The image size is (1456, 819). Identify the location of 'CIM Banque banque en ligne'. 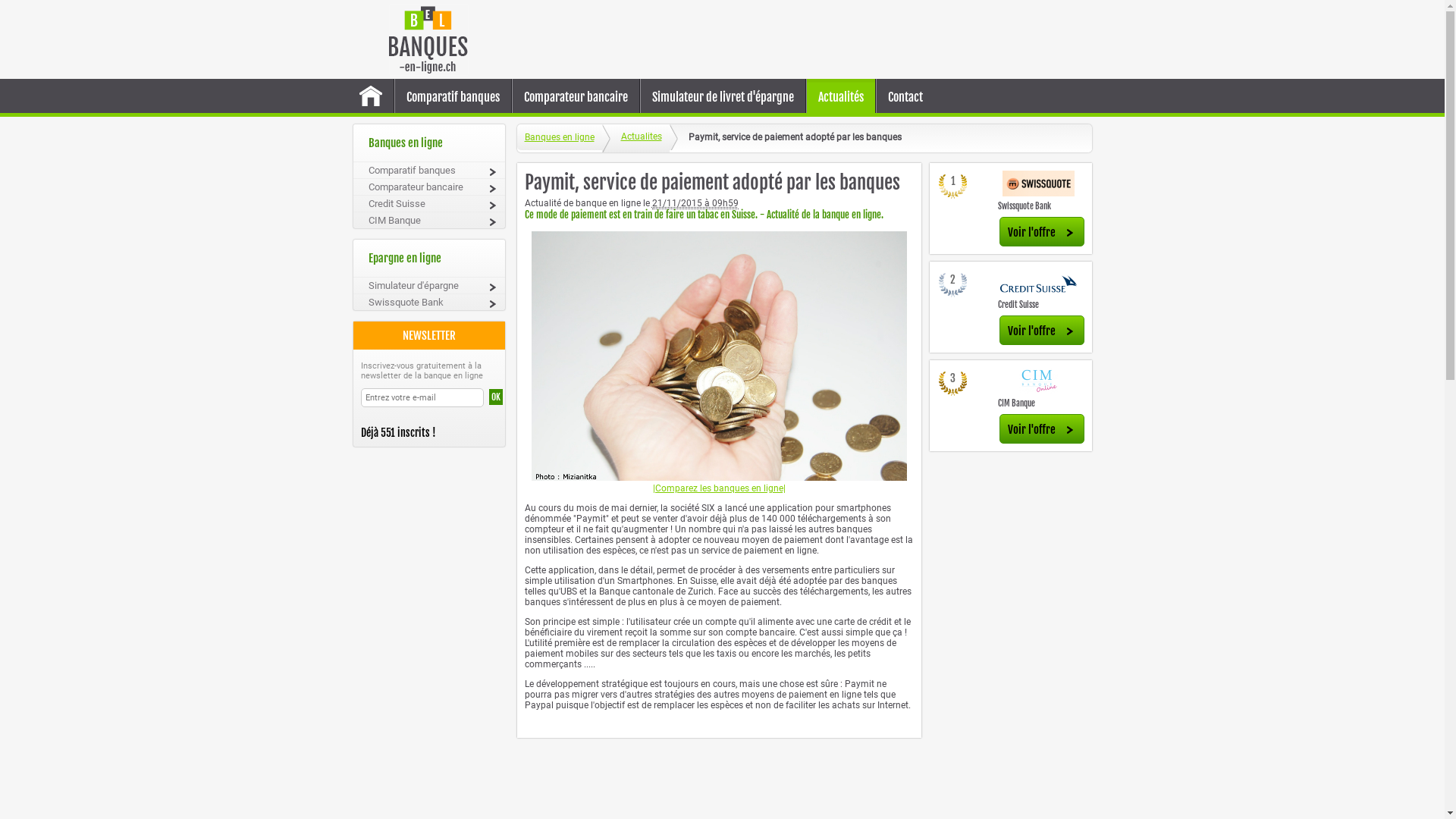
(993, 381).